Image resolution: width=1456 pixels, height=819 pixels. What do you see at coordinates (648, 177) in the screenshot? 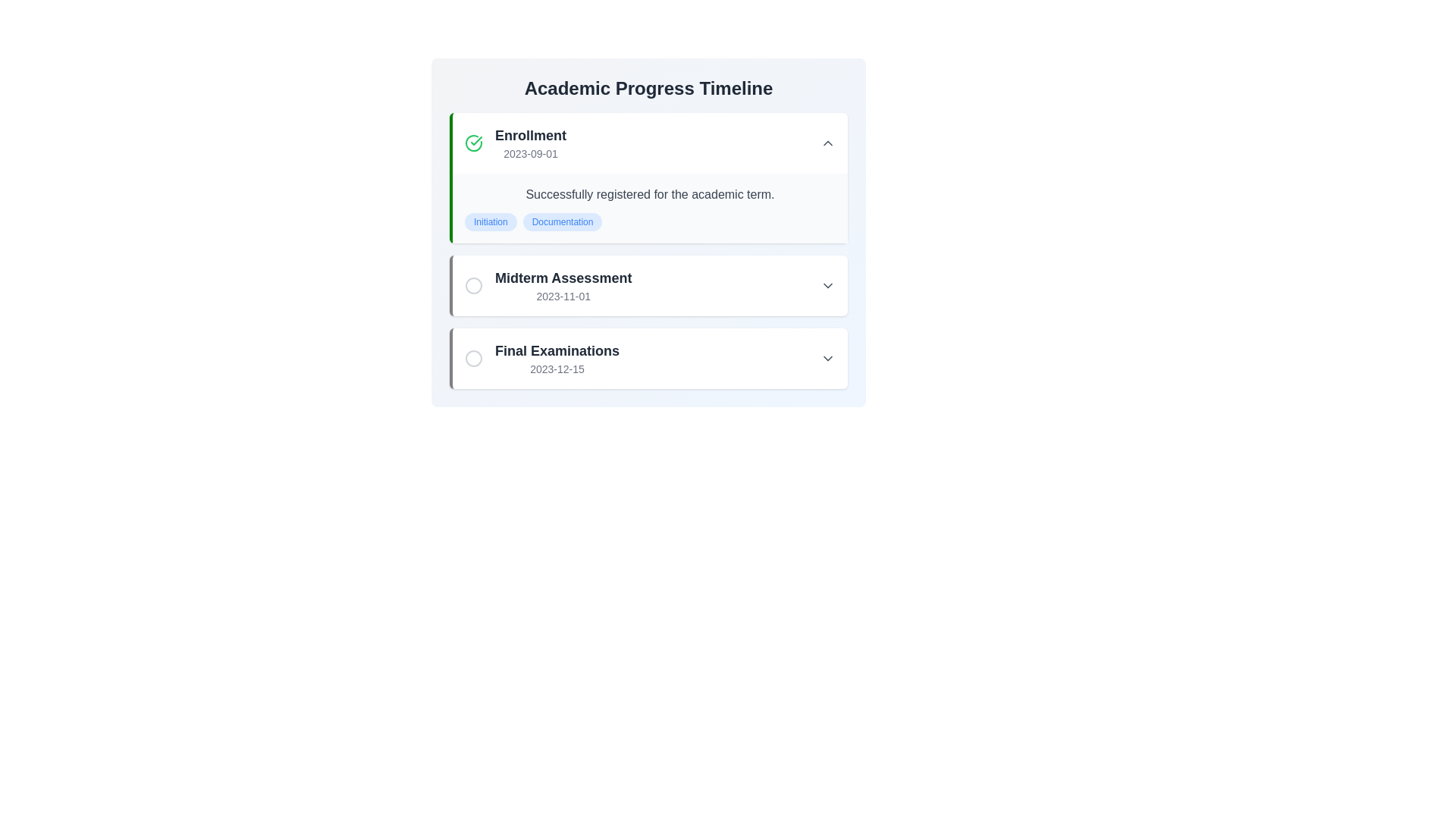
I see `the first styled card in the timeline or status list` at bounding box center [648, 177].